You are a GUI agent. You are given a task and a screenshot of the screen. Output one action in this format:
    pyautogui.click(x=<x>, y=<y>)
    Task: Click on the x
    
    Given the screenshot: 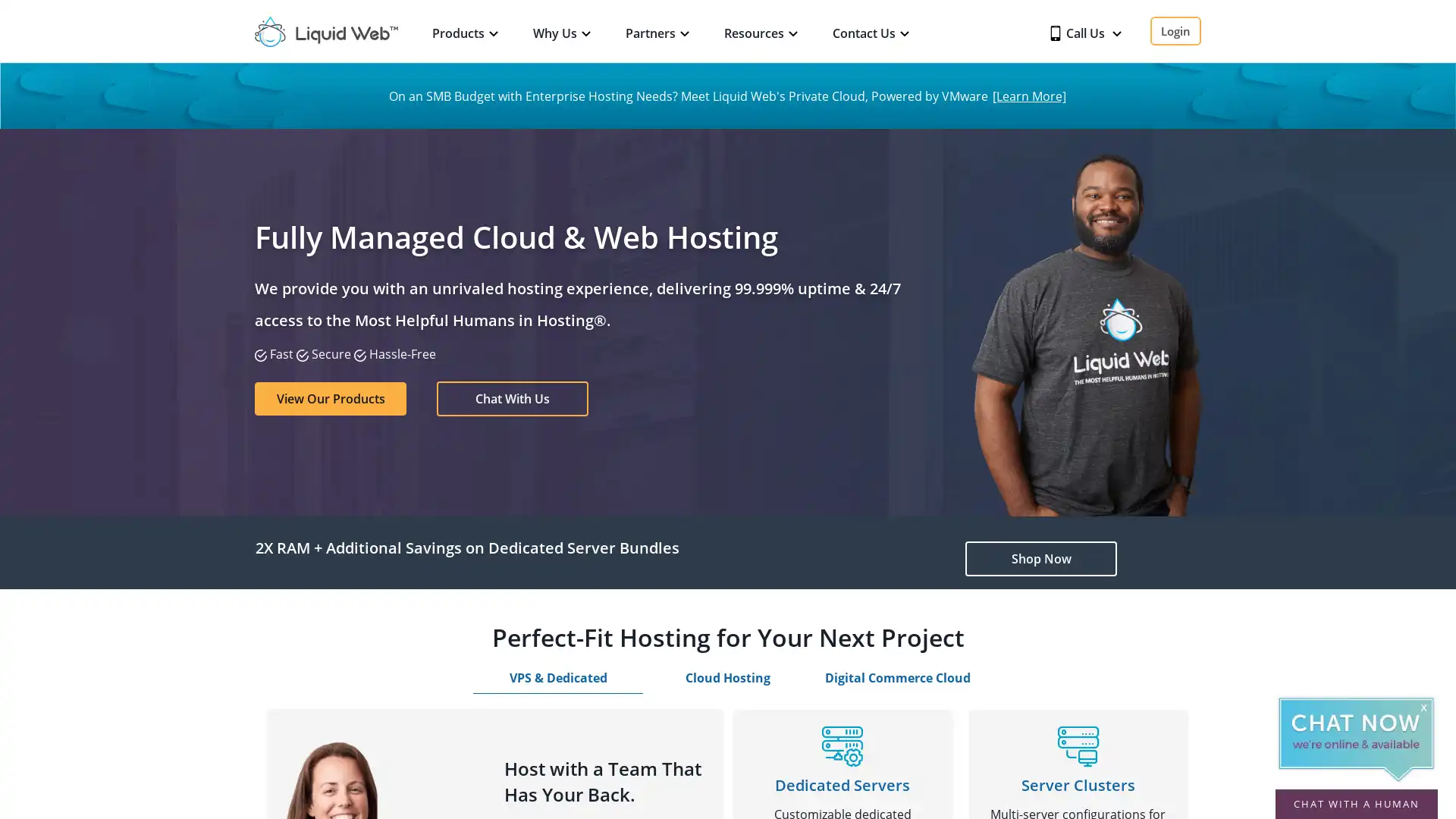 What is the action you would take?
    pyautogui.click(x=1423, y=707)
    